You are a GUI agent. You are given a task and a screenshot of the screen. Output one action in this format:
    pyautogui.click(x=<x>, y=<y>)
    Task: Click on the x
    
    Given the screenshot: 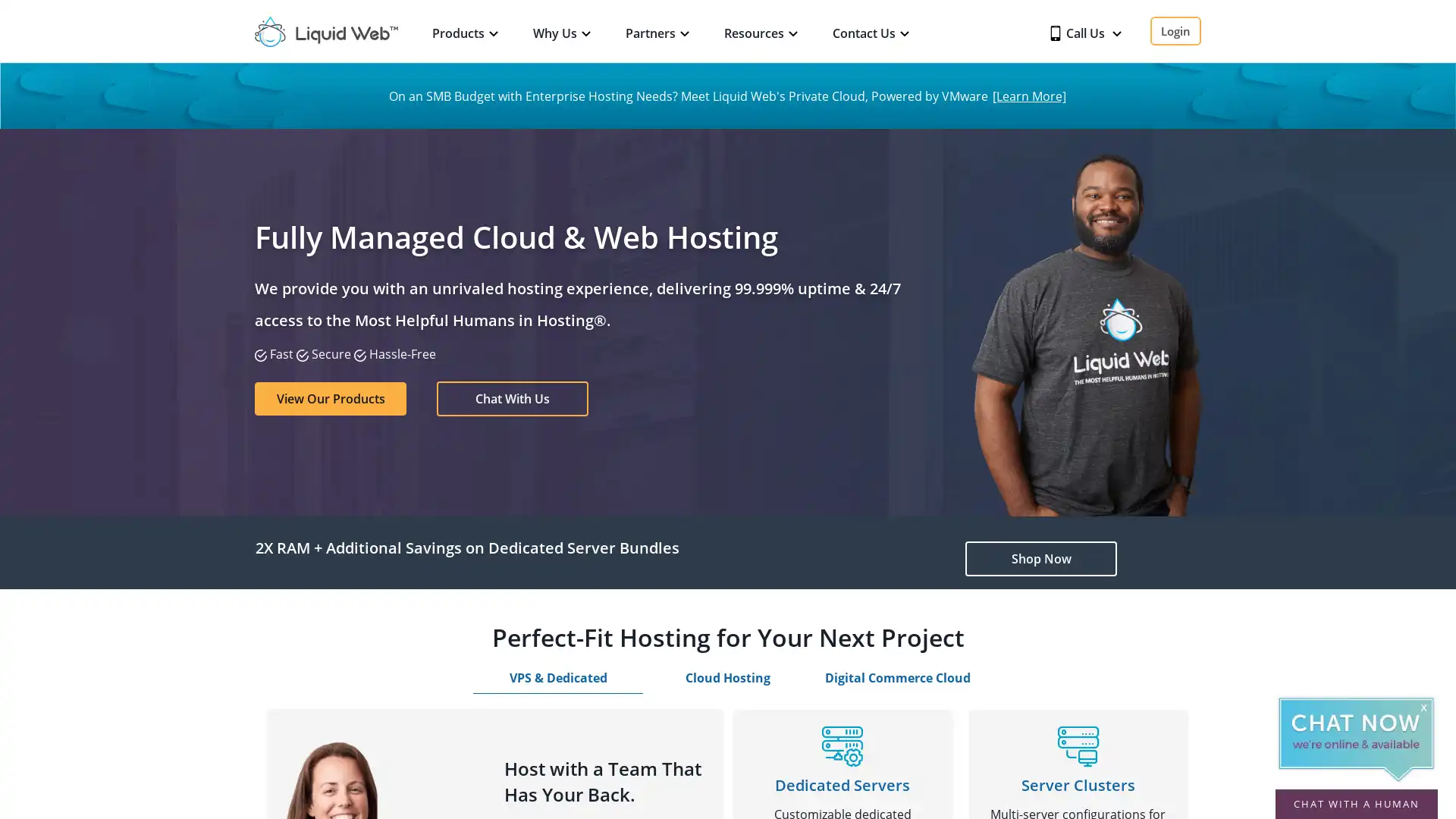 What is the action you would take?
    pyautogui.click(x=1423, y=707)
    